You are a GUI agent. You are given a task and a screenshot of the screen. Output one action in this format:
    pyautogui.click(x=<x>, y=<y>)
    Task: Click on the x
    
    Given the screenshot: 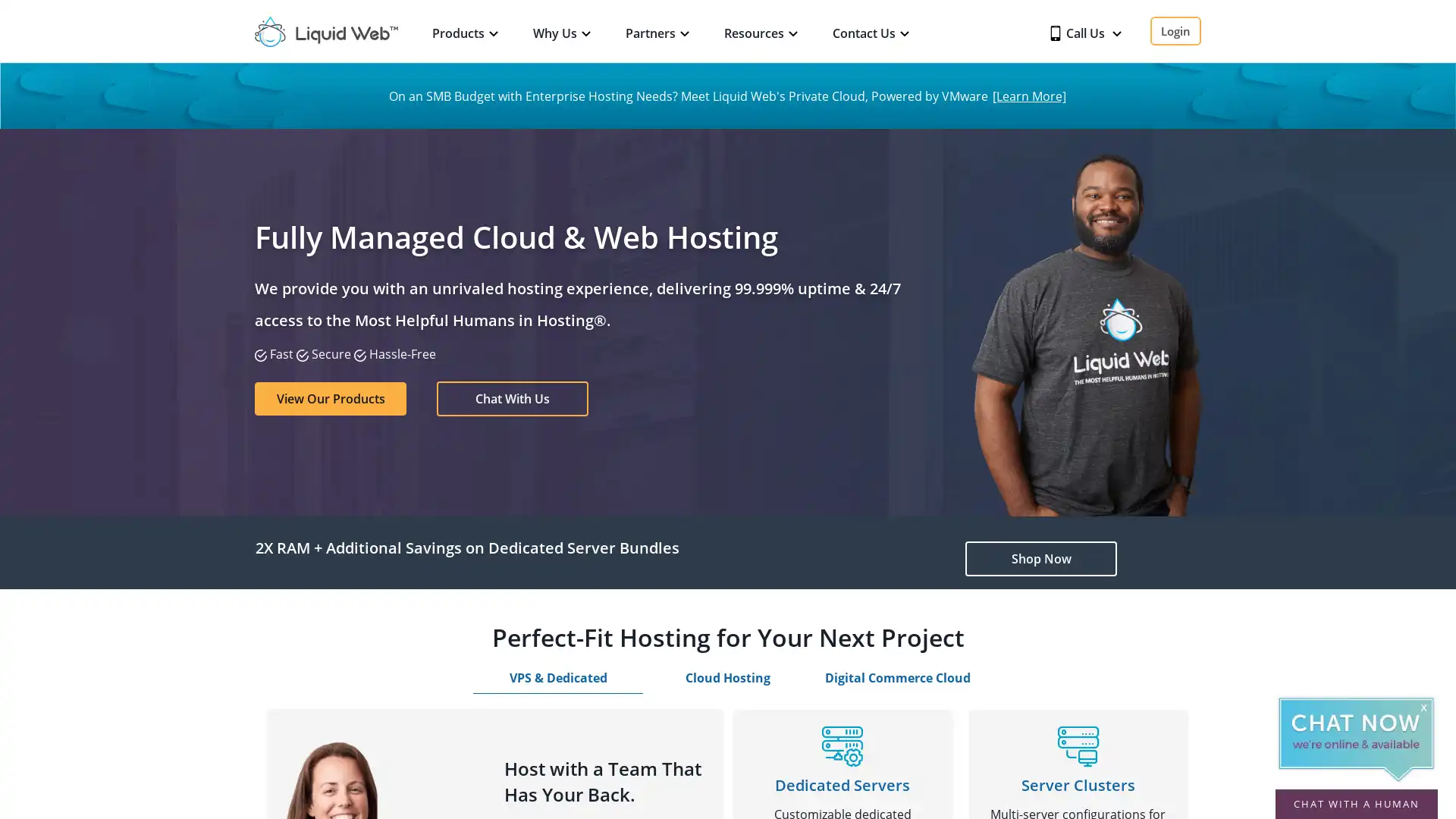 What is the action you would take?
    pyautogui.click(x=1423, y=707)
    